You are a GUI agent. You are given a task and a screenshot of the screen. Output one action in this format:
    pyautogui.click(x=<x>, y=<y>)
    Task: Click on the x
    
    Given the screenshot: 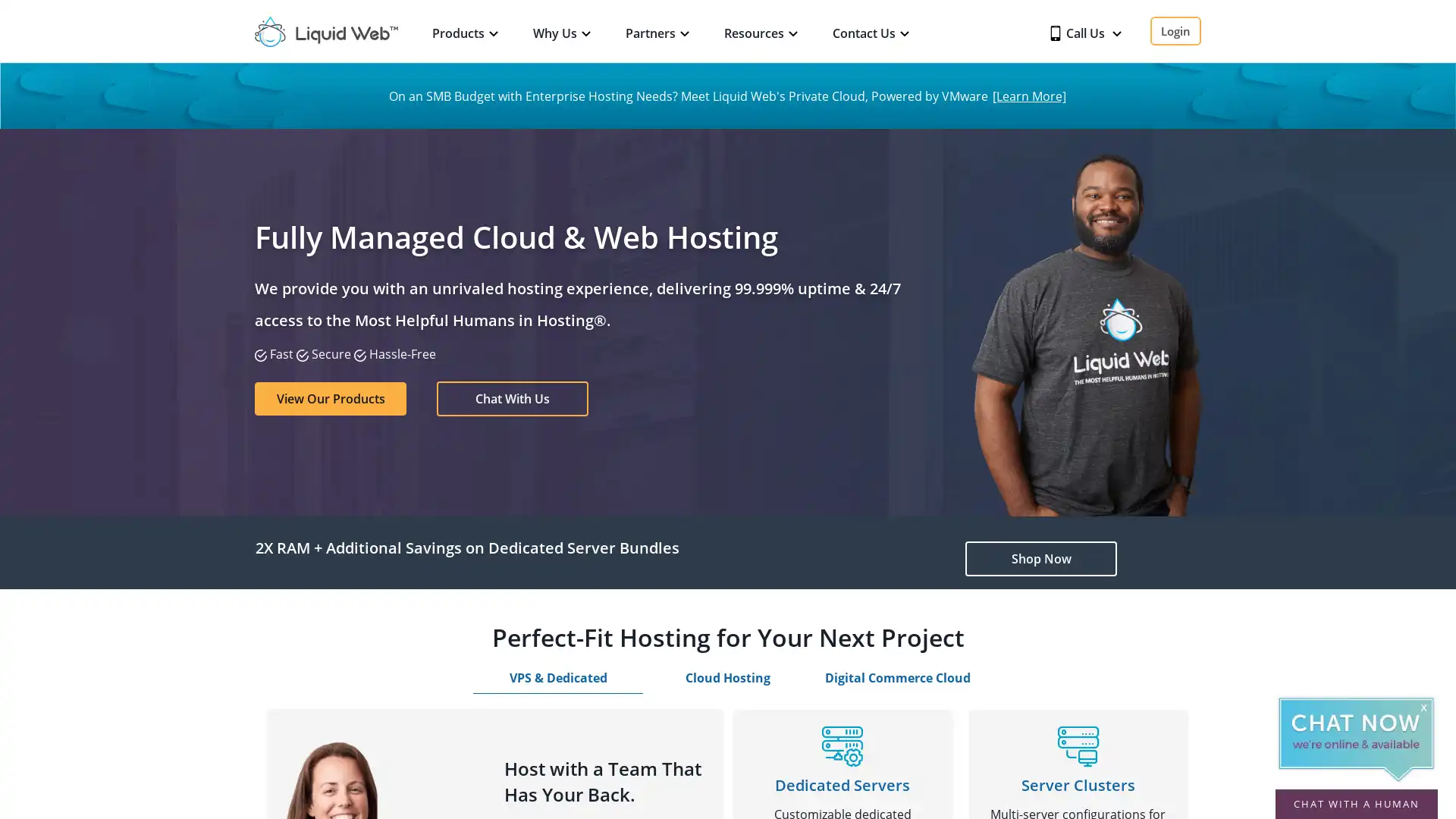 What is the action you would take?
    pyautogui.click(x=1423, y=707)
    